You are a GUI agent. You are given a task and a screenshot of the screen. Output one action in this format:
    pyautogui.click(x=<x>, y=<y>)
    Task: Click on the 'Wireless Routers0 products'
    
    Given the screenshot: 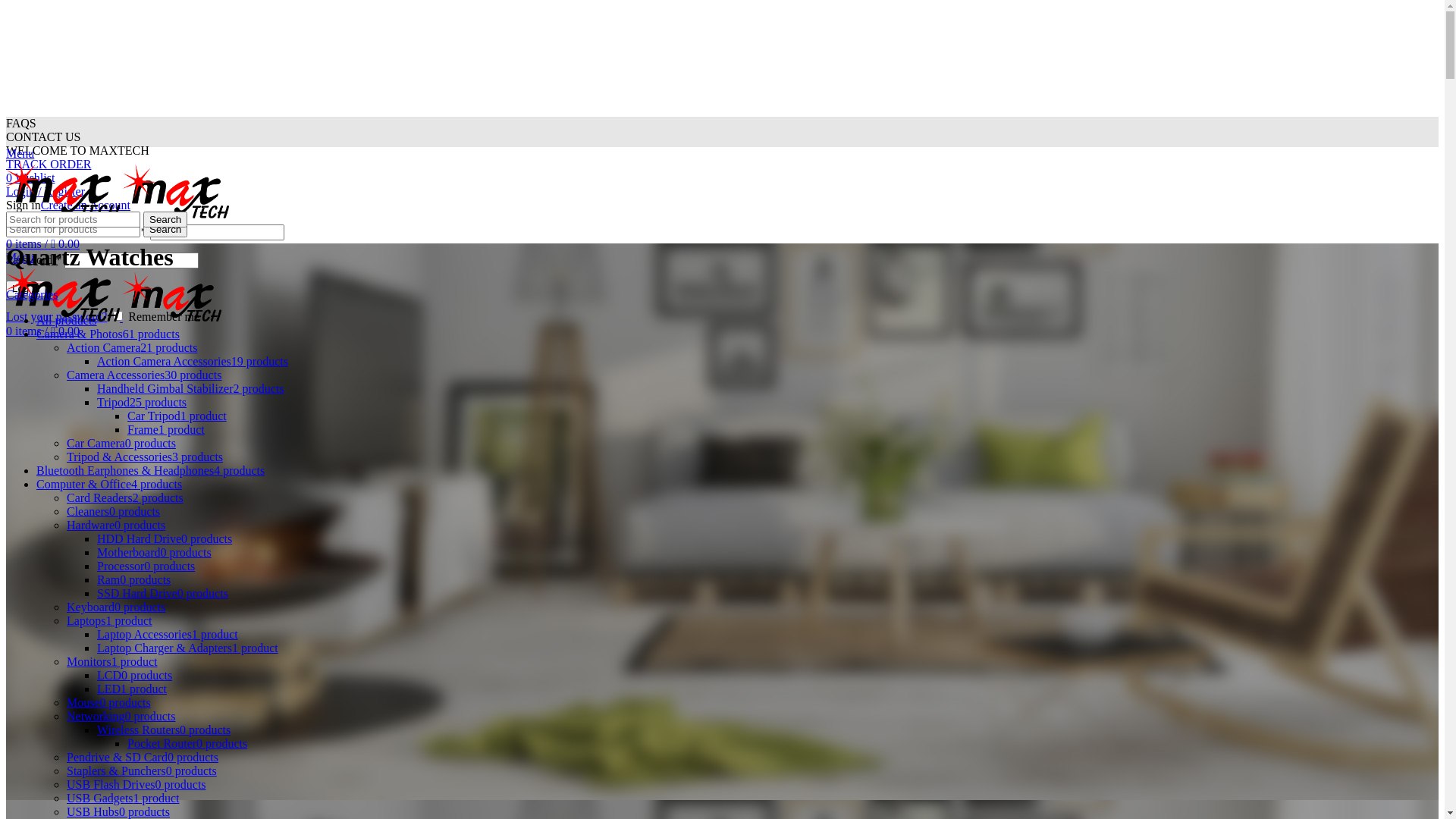 What is the action you would take?
    pyautogui.click(x=164, y=729)
    